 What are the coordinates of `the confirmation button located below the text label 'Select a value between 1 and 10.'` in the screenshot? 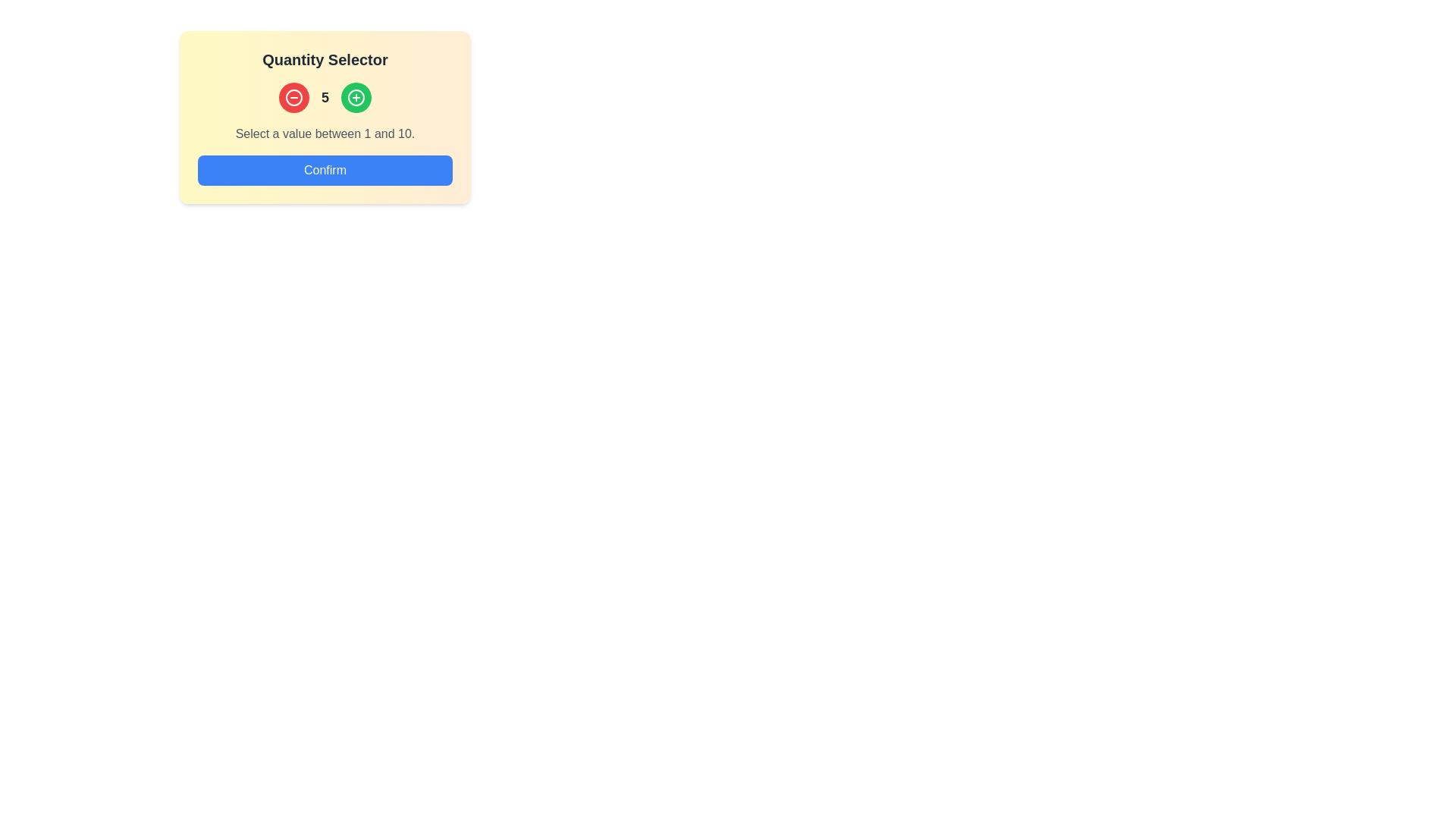 It's located at (324, 170).